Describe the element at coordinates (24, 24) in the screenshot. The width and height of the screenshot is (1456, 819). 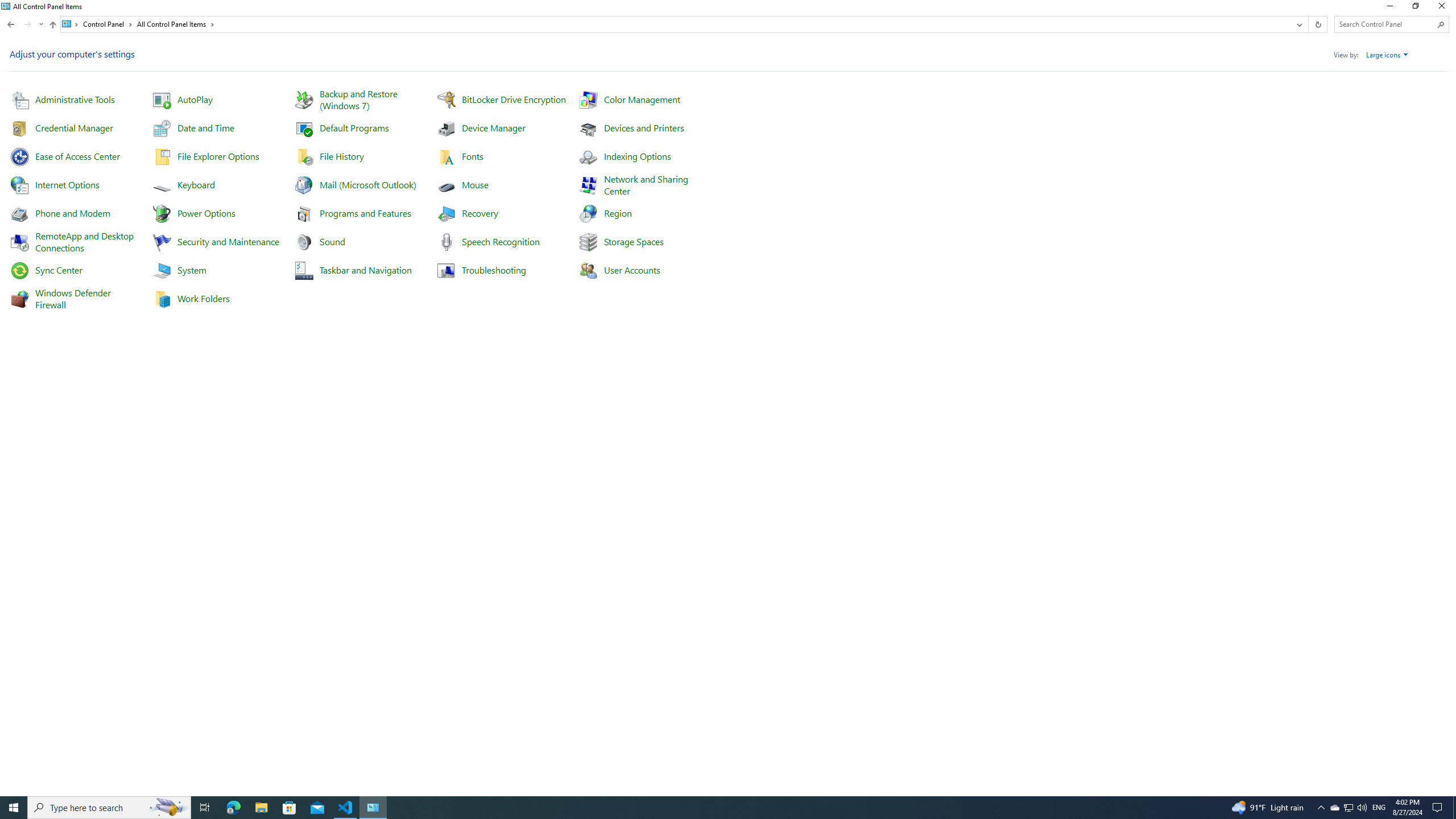
I see `'Navigation buttons'` at that location.